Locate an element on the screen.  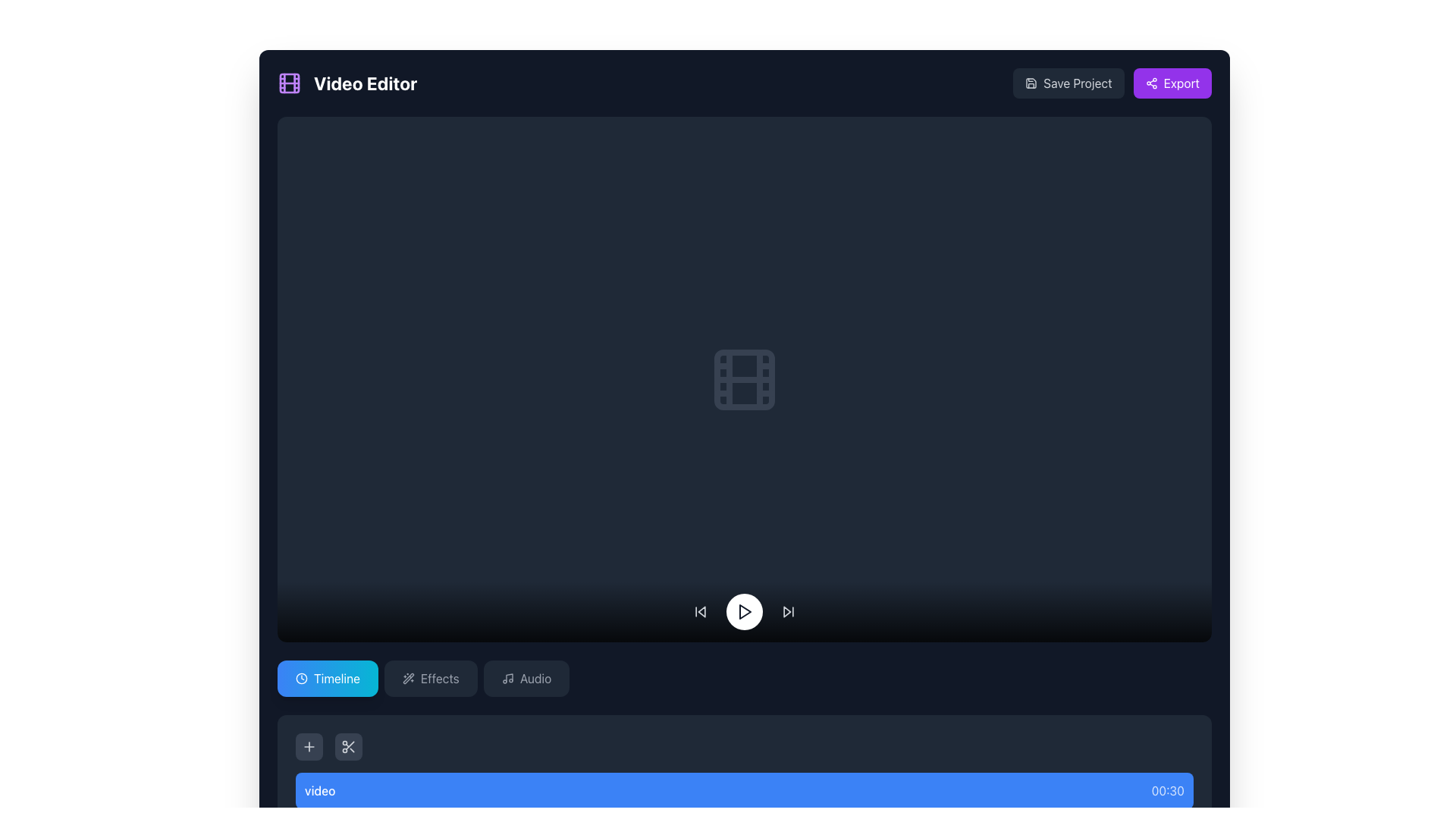
the 'Export' button which contains the 'Share' icon, located at the top-right corner of the interface is located at coordinates (1151, 83).